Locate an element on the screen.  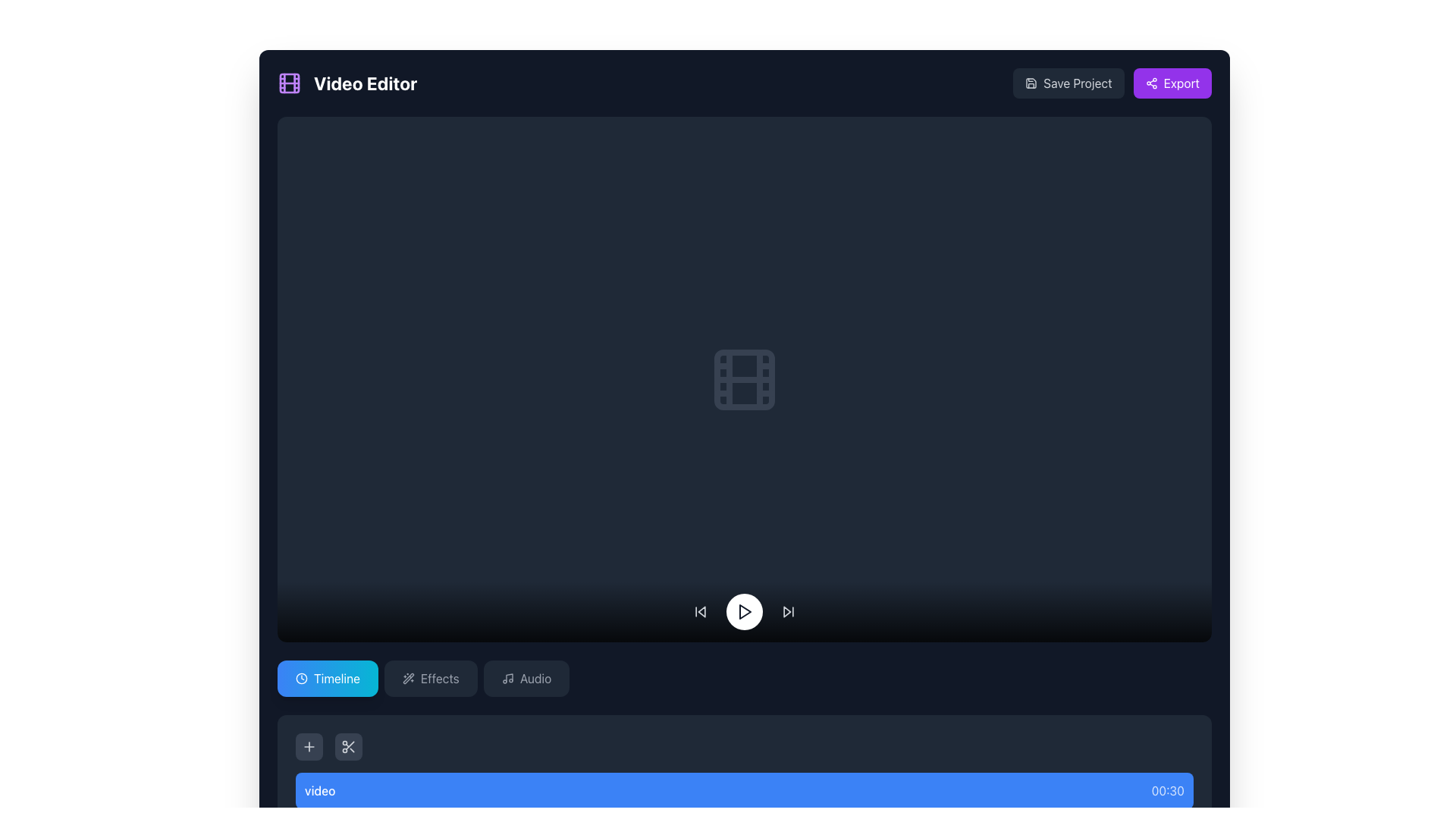
the 'Export' button which contains the 'Share' icon, located at the top-right corner of the interface is located at coordinates (1151, 83).